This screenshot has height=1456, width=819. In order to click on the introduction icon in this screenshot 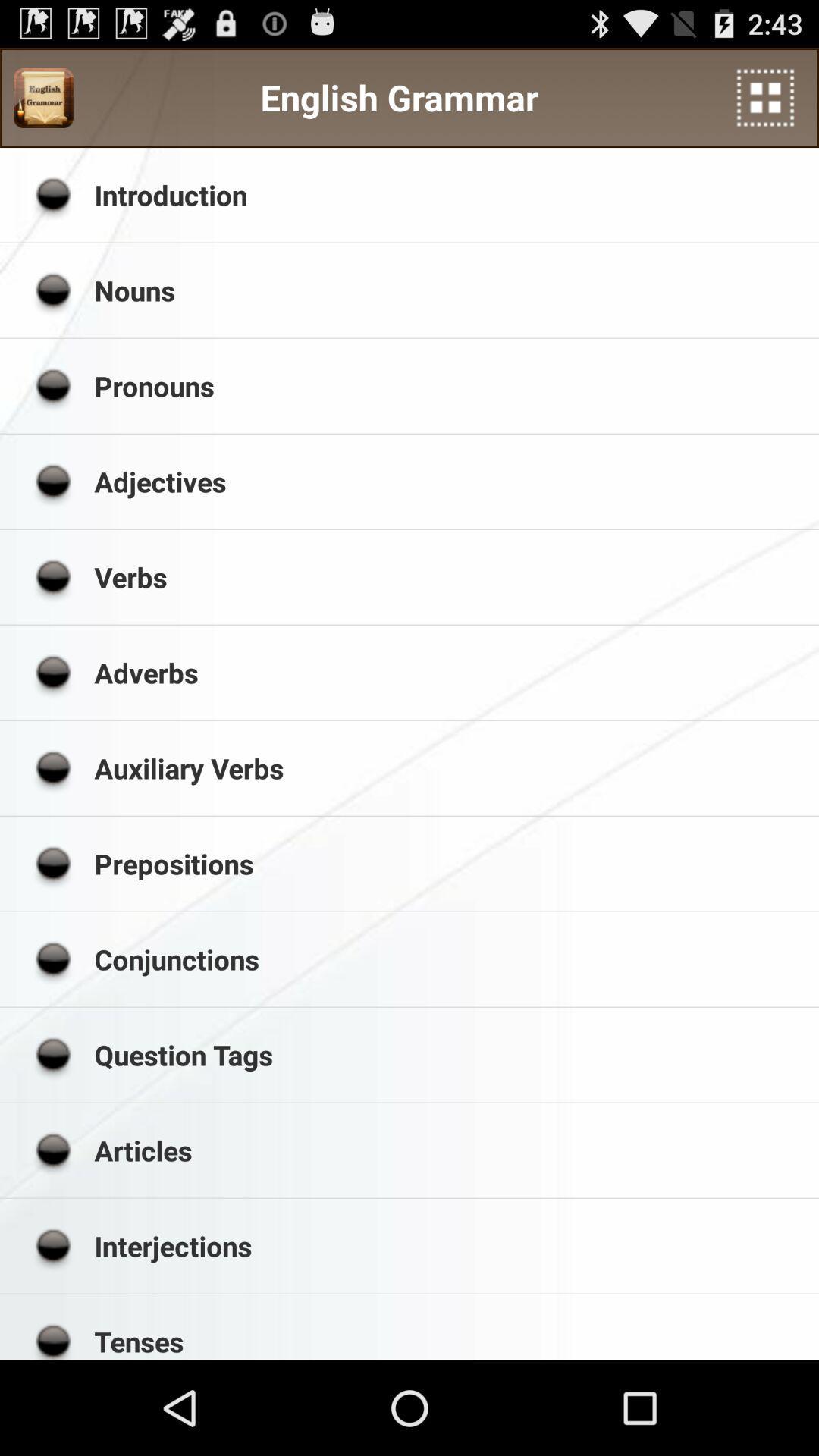, I will do `click(450, 194)`.